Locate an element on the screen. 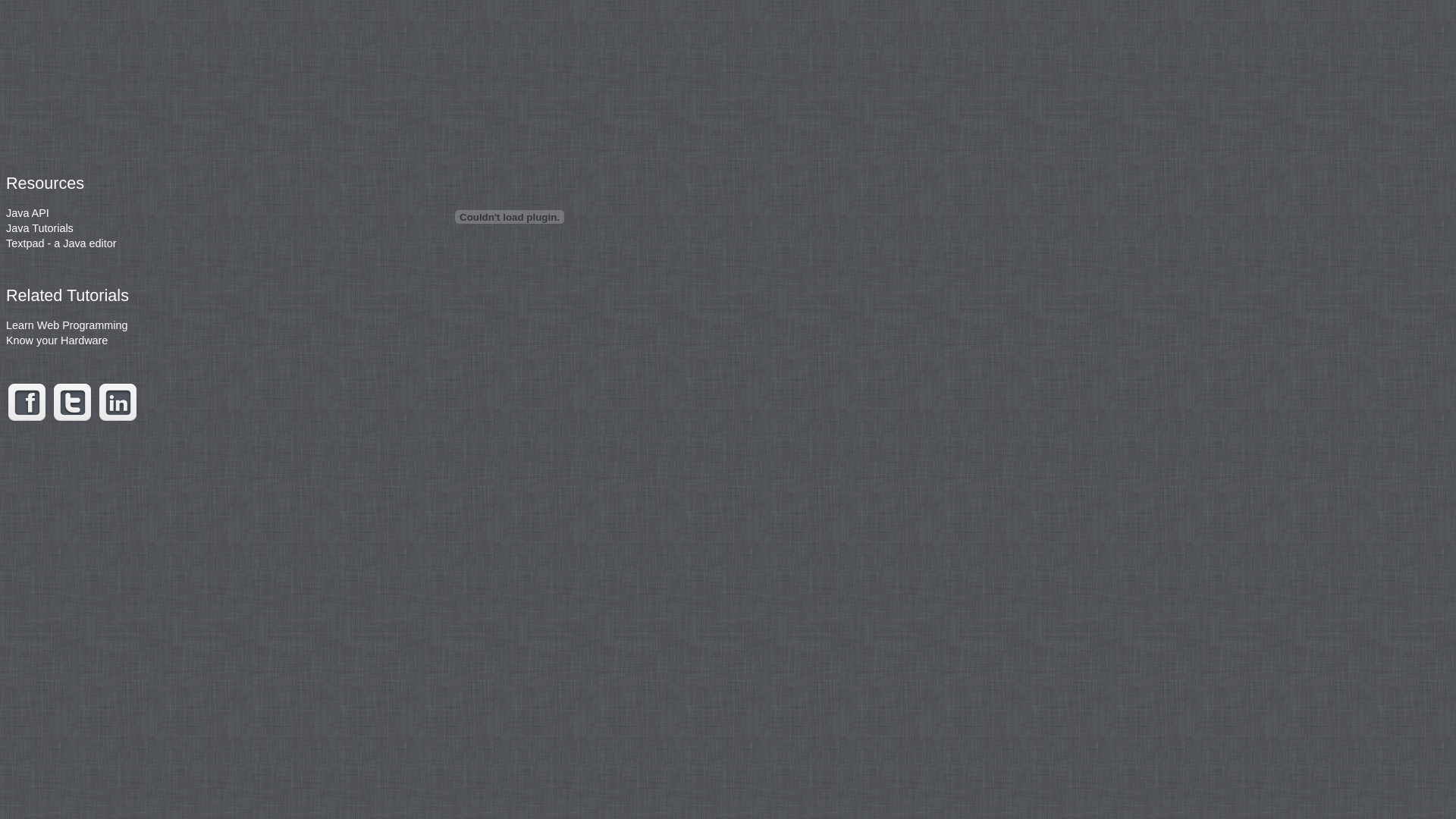 This screenshot has height=819, width=1456. 'Learn Web Programming' is located at coordinates (66, 324).